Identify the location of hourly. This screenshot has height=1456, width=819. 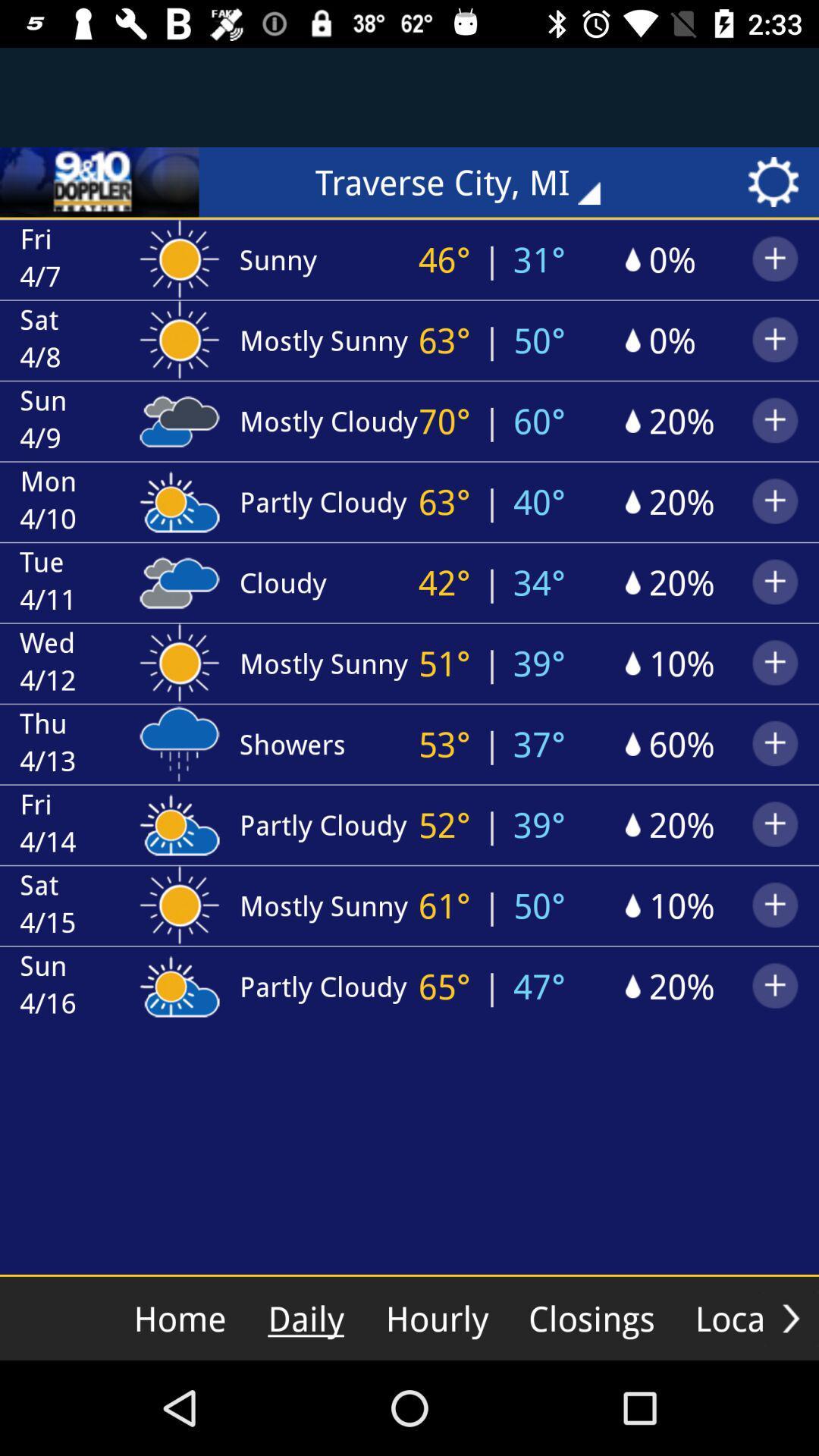
(437, 1317).